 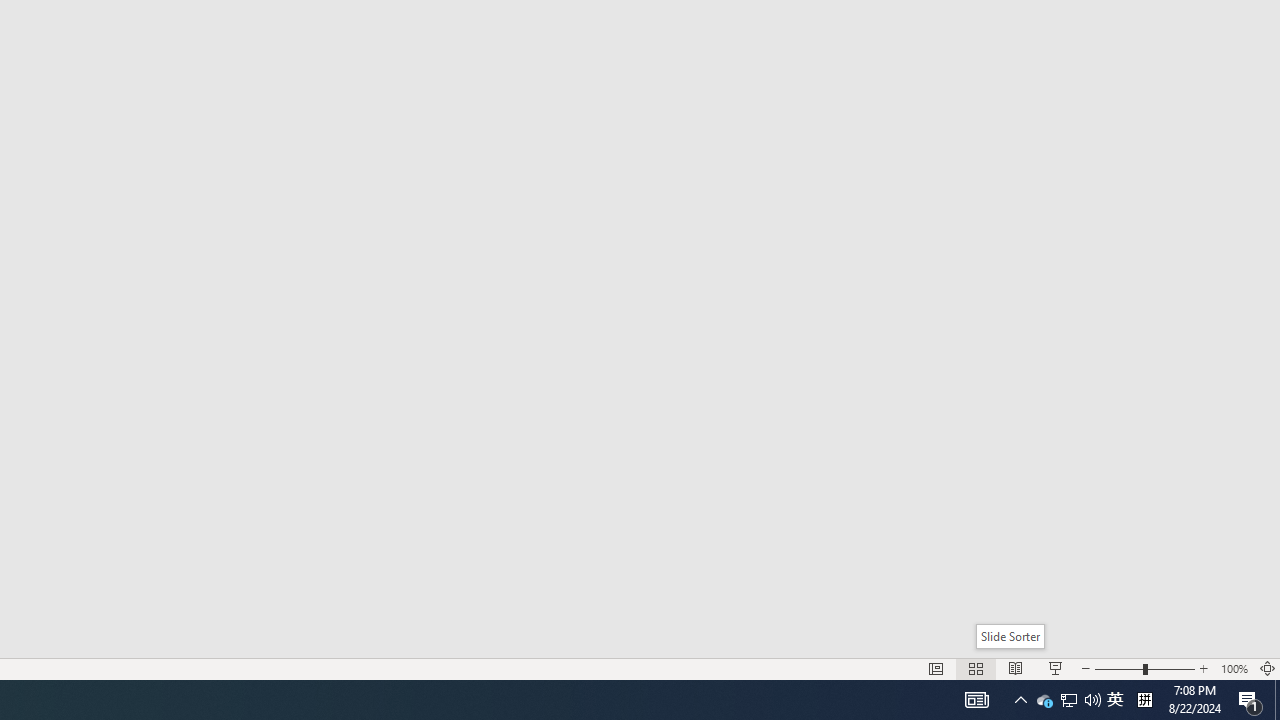 What do you see at coordinates (1009, 636) in the screenshot?
I see `'Slide Sorter'` at bounding box center [1009, 636].